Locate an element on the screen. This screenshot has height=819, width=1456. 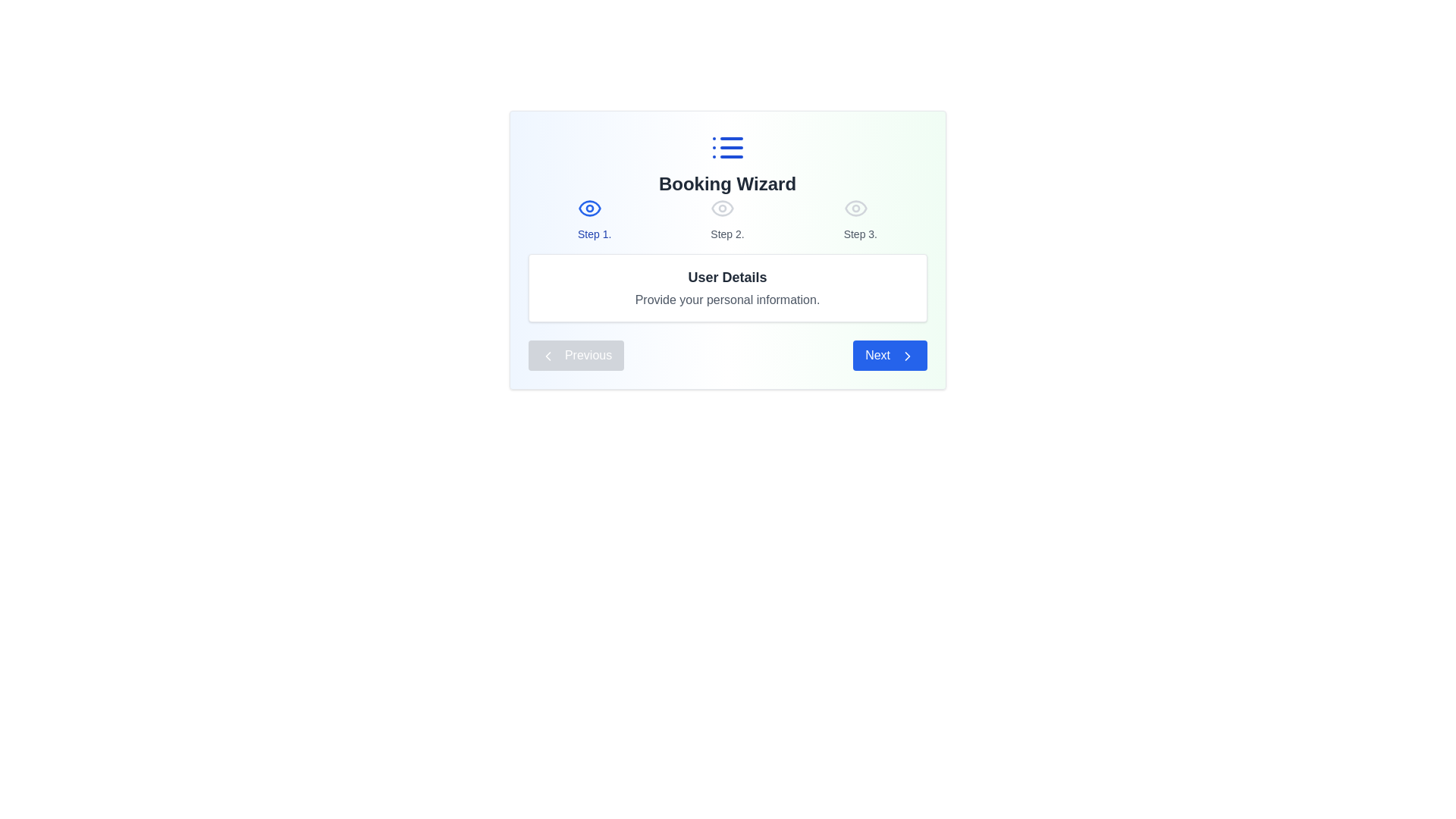
the non-interactive step indicator icon representing Step 2 in the booking wizard, positioned horizontally between Step 1 and Step 3 is located at coordinates (722, 208).